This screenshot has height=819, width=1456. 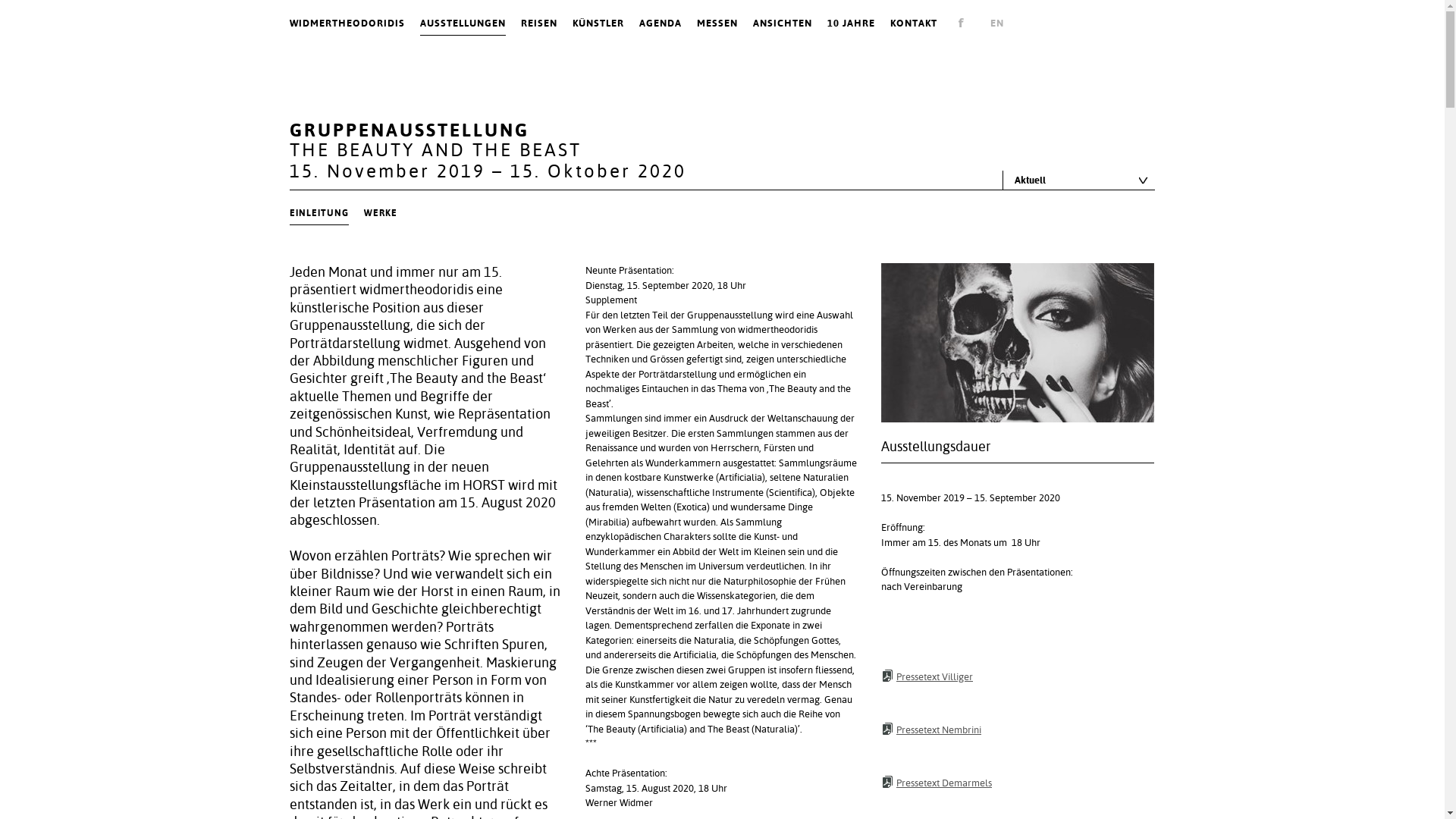 What do you see at coordinates (520, 24) in the screenshot?
I see `'REISEN'` at bounding box center [520, 24].